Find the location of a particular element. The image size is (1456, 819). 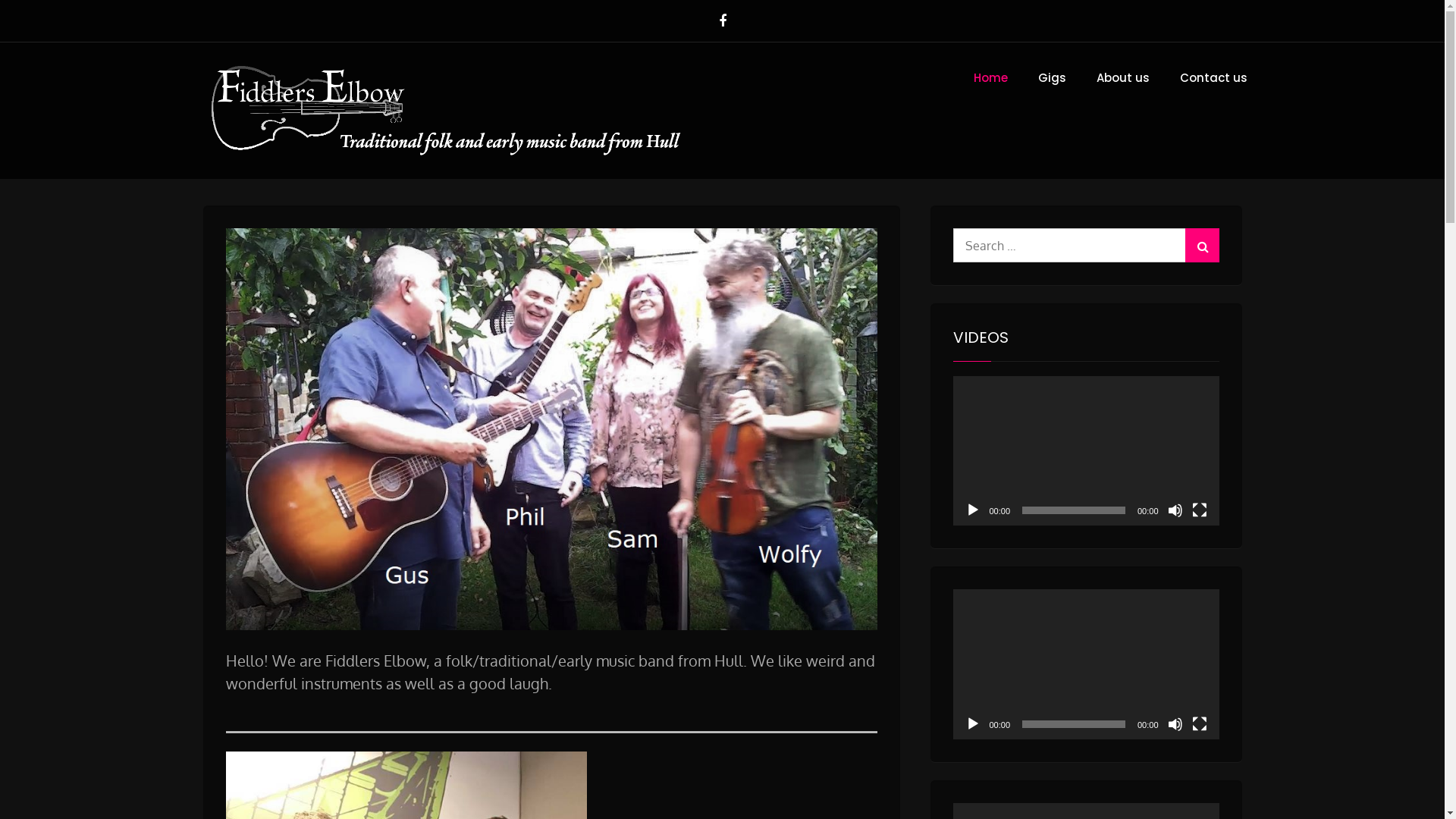

'Fullscreen' is located at coordinates (1191, 723).